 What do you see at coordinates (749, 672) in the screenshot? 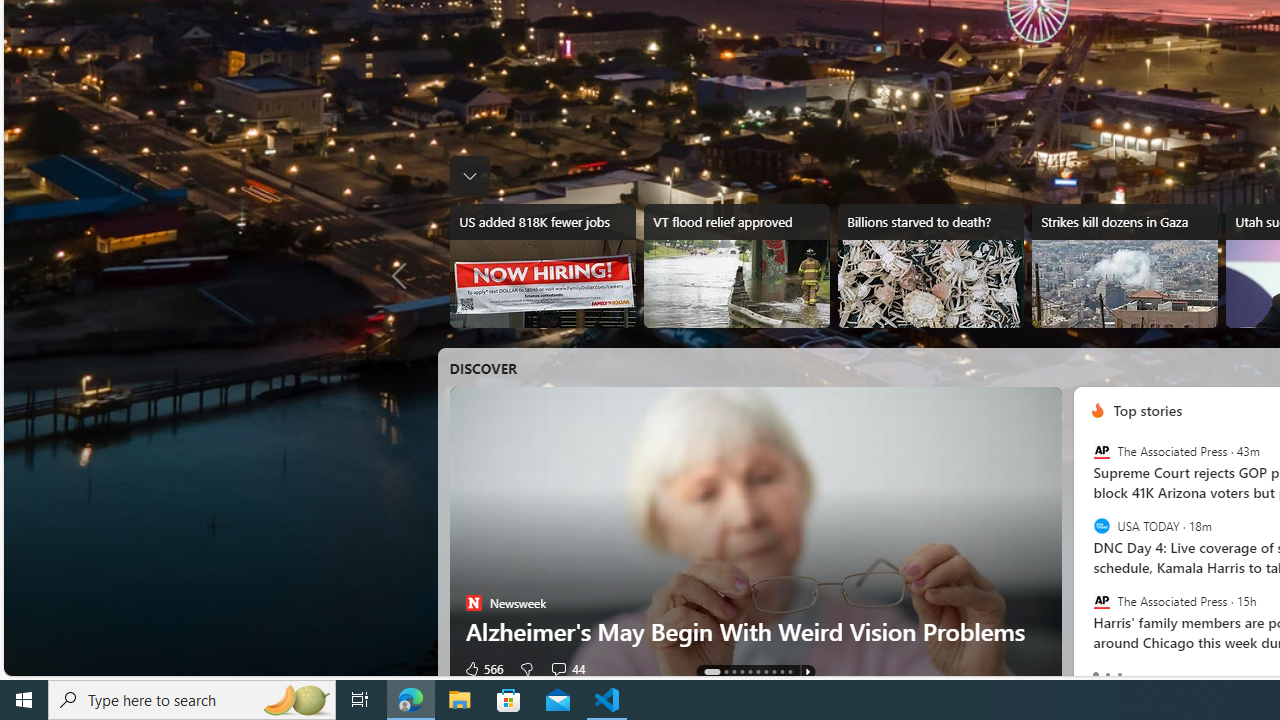
I see `'AutomationID: tab-4'` at bounding box center [749, 672].